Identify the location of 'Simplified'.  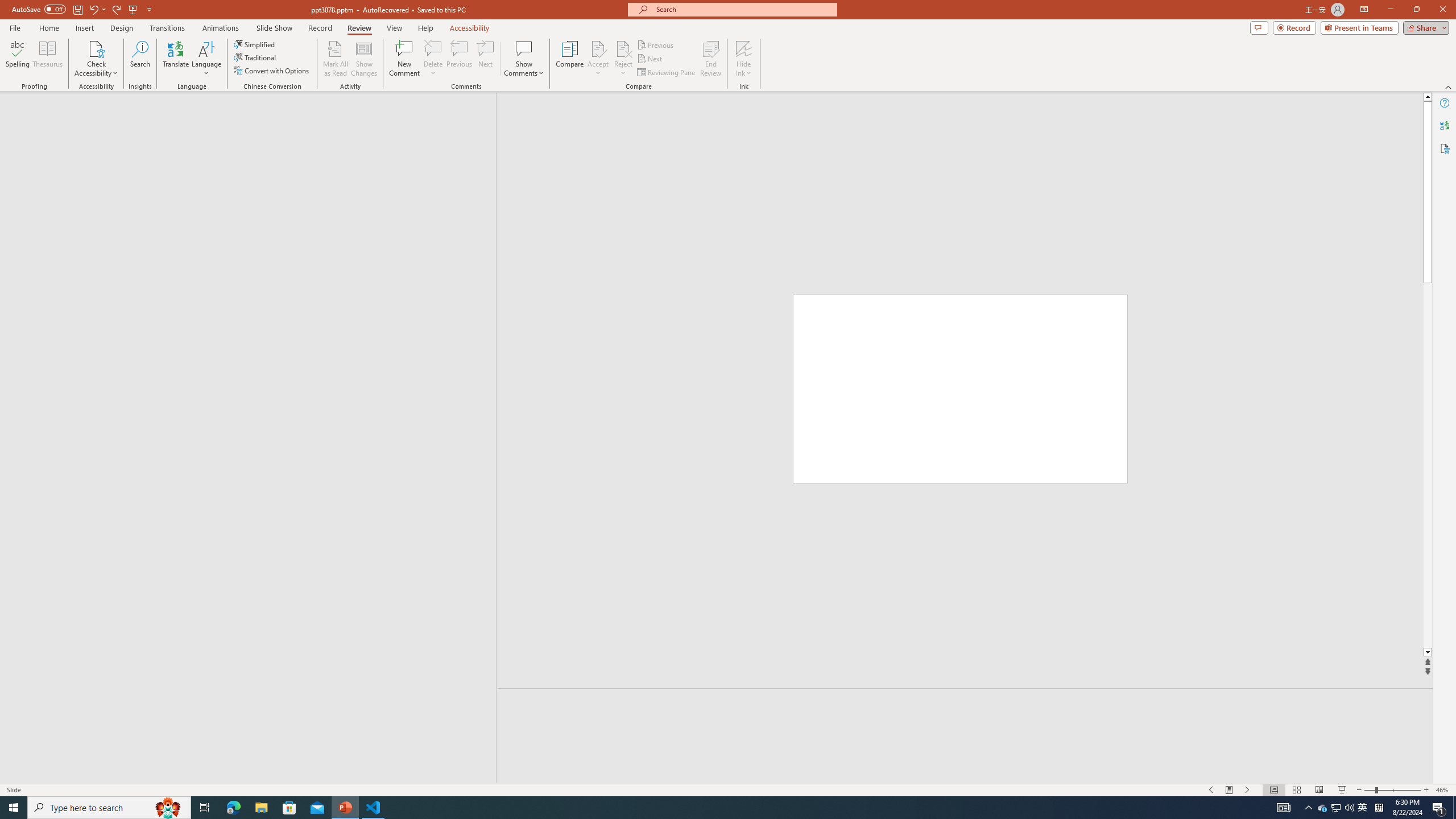
(255, 44).